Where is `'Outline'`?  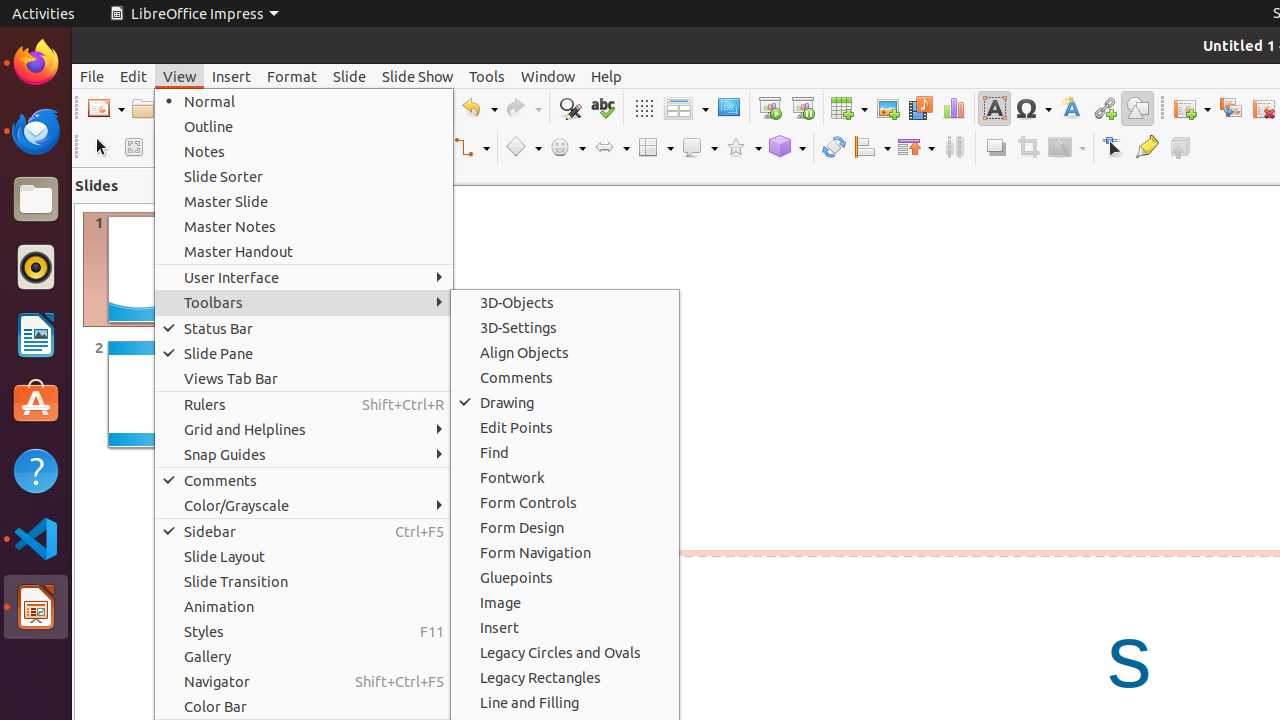
'Outline' is located at coordinates (303, 126).